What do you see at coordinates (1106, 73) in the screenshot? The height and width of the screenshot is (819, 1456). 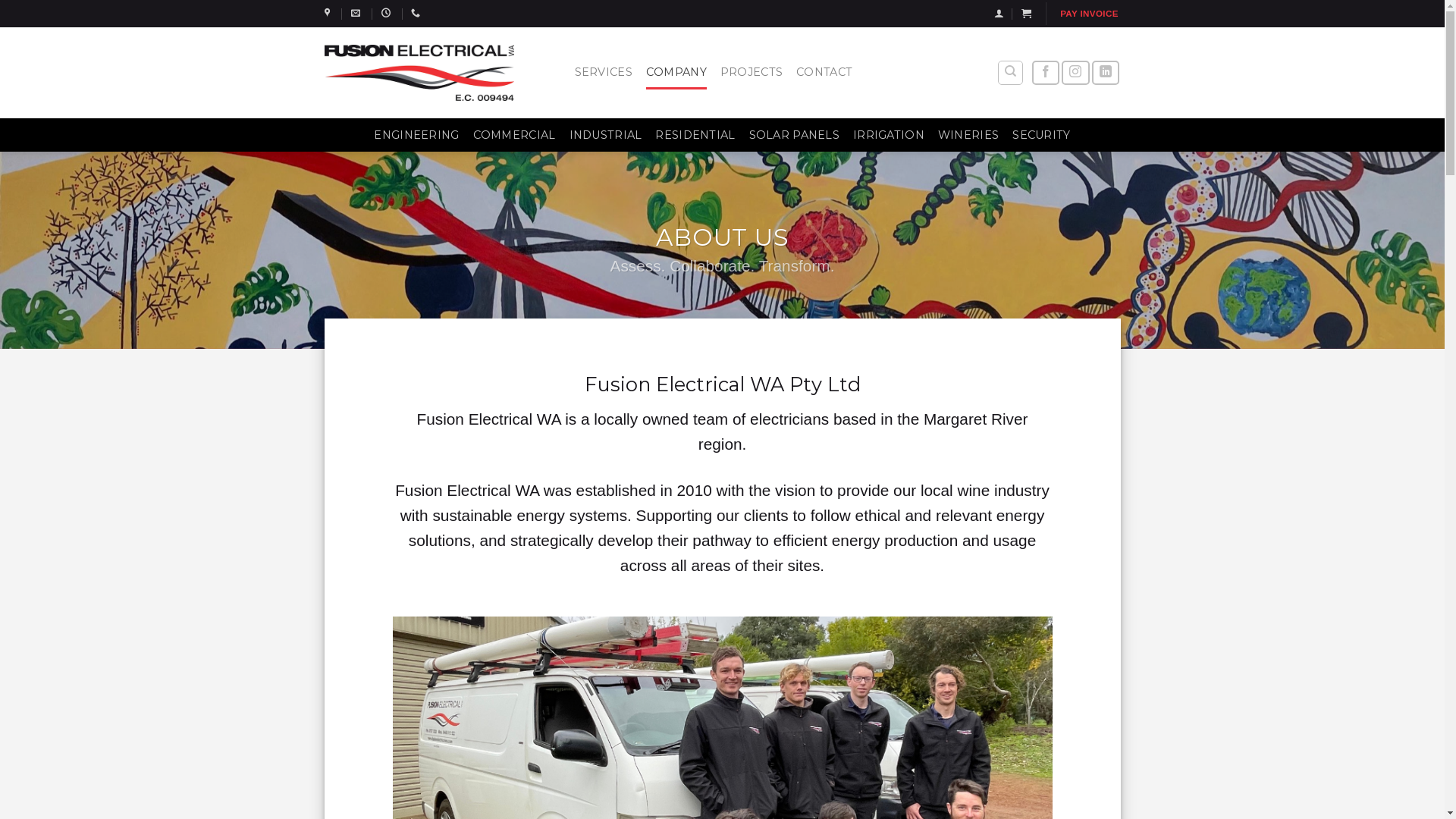 I see `'Follow on LinkedIn'` at bounding box center [1106, 73].